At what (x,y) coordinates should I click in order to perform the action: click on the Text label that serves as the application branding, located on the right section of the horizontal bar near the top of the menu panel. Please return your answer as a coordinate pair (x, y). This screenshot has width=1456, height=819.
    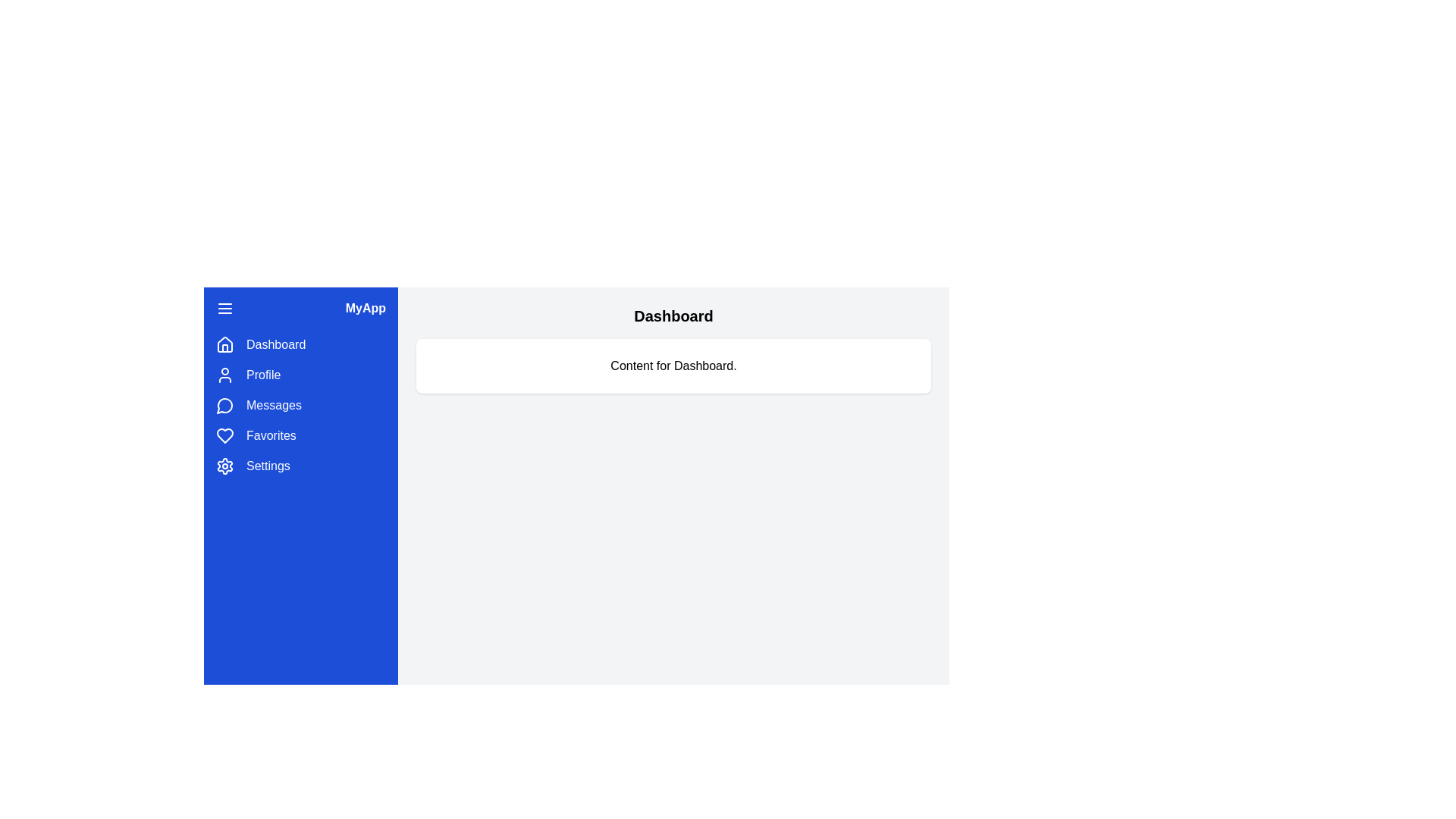
    Looking at the image, I should click on (366, 308).